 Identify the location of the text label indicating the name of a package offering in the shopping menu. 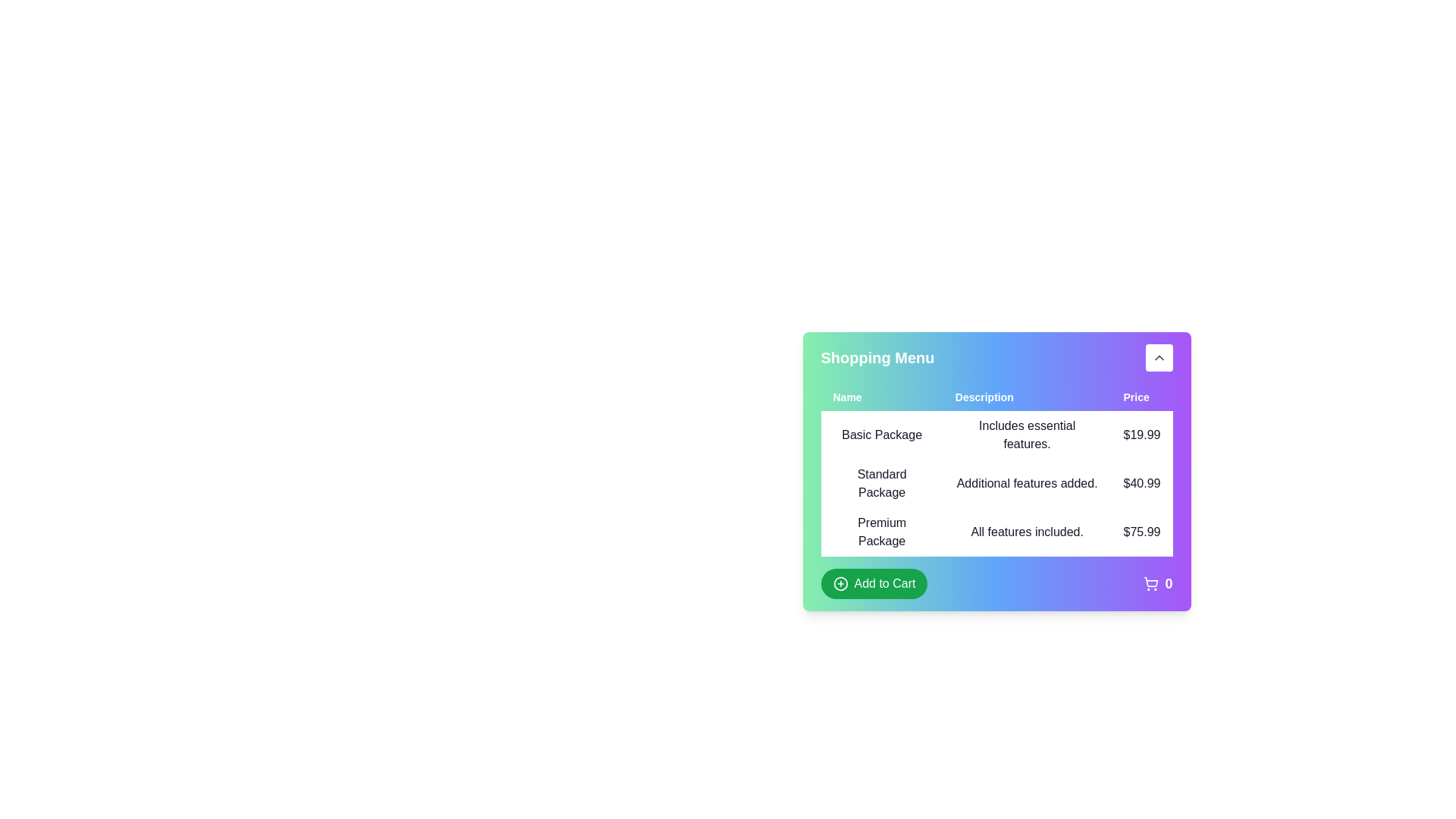
(882, 532).